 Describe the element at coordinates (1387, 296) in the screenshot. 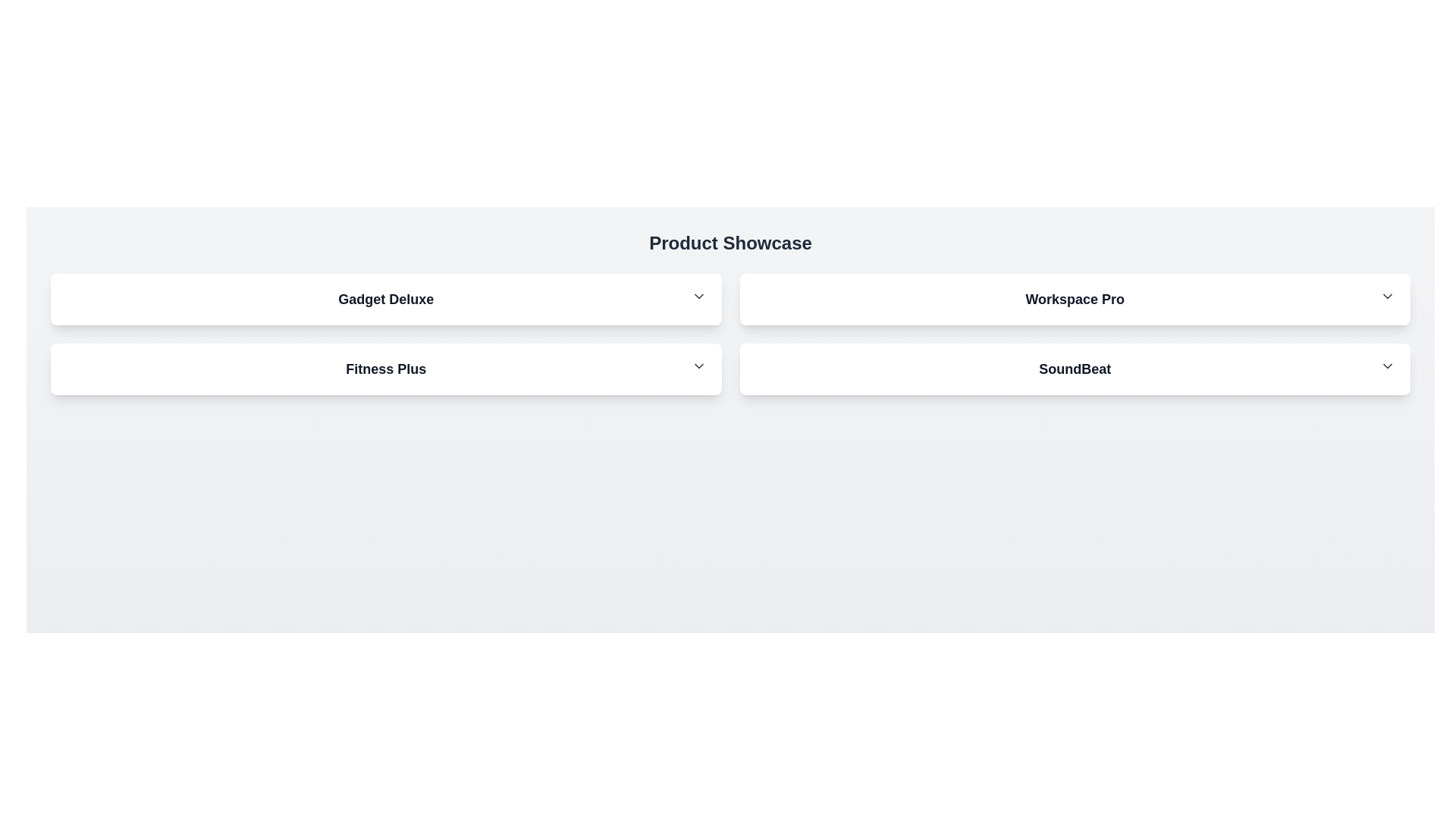

I see `the downward-pointing chevron icon located in the top-right corner of the 'Workspace Pro' card` at that location.